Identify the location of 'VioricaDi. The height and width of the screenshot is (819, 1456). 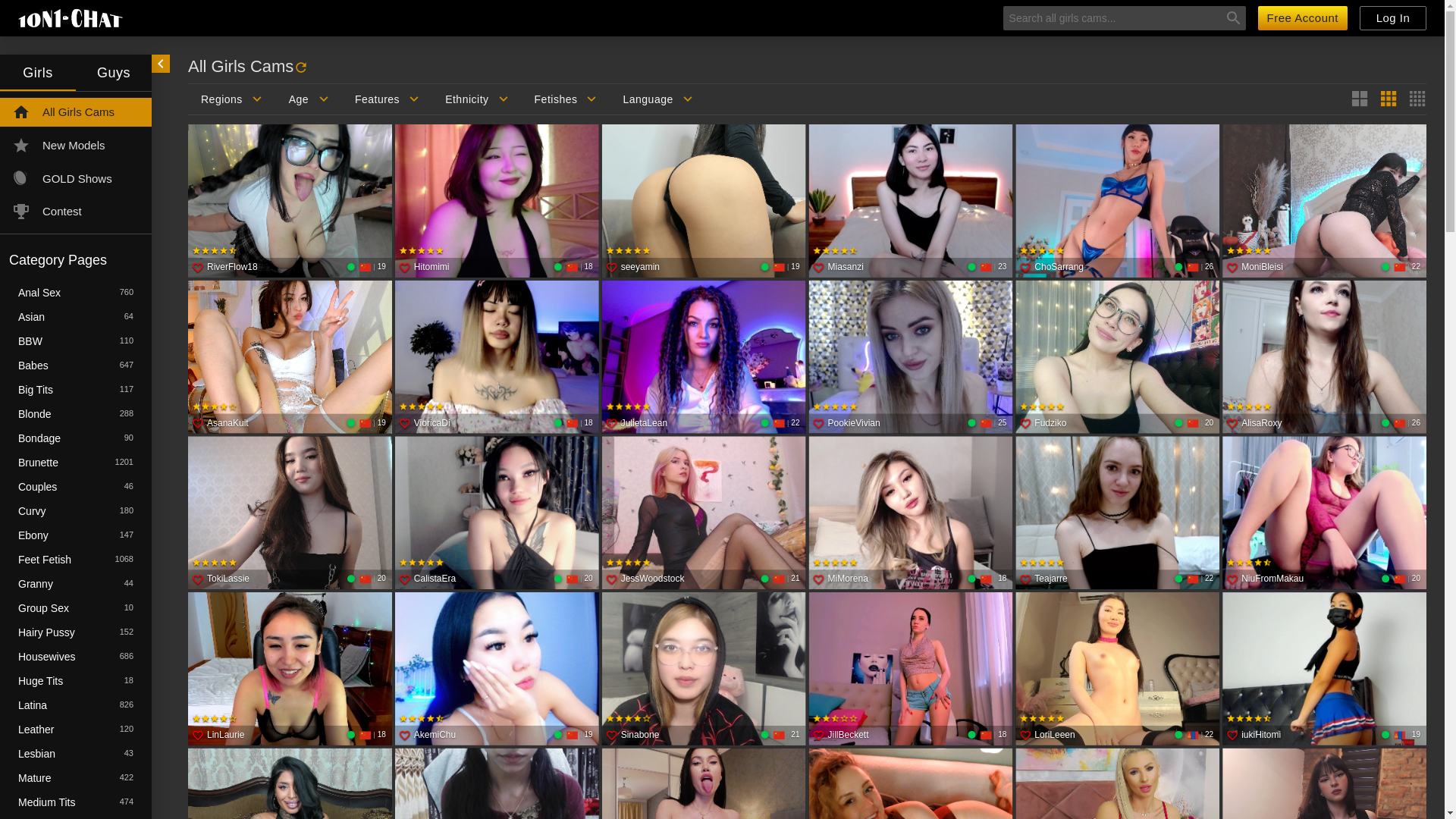
(497, 358).